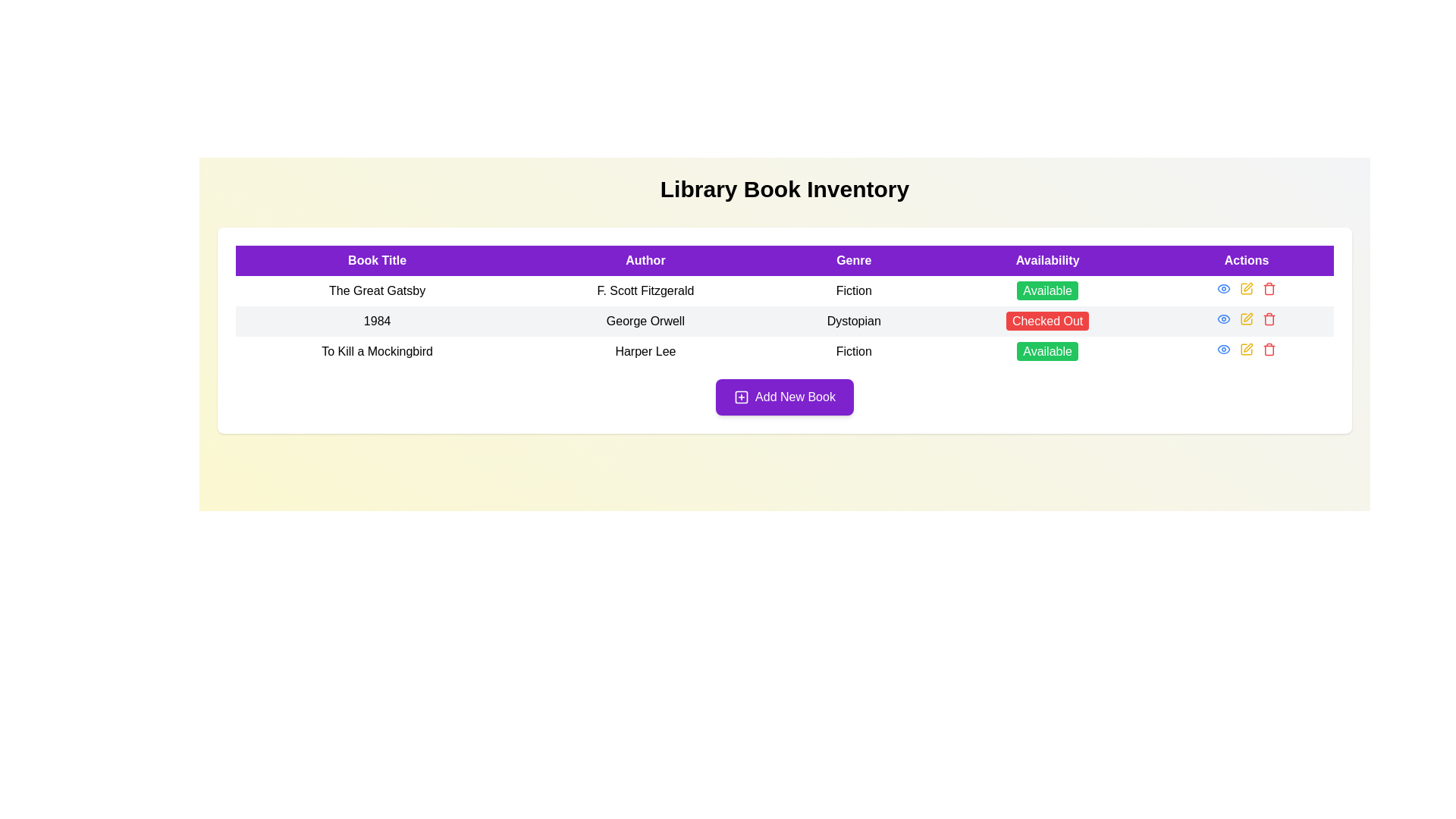 This screenshot has width=1456, height=819. I want to click on the centrally located button for adding a new book entry, so click(785, 397).